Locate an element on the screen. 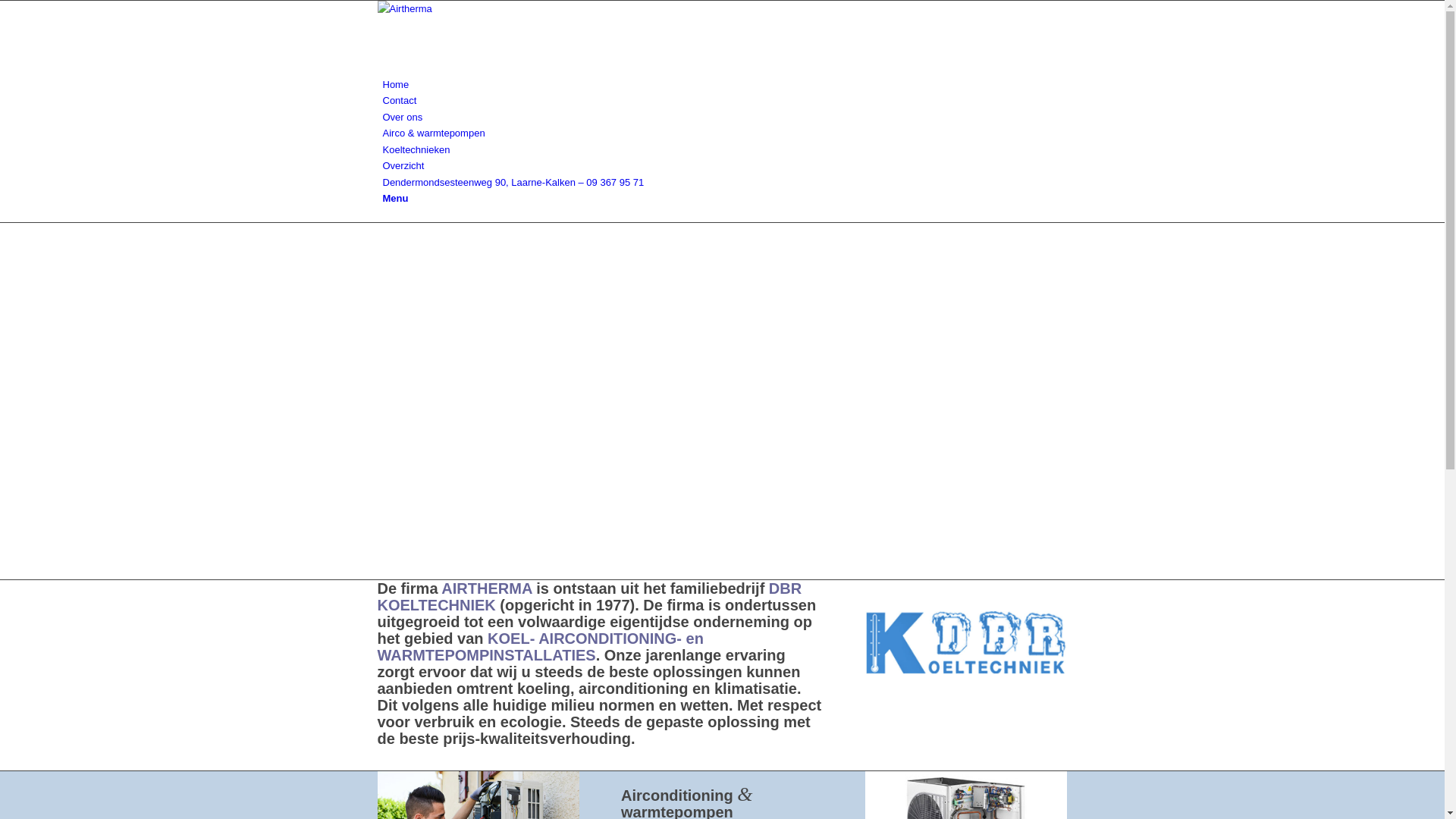  'Airco & warmtepompen' is located at coordinates (432, 132).